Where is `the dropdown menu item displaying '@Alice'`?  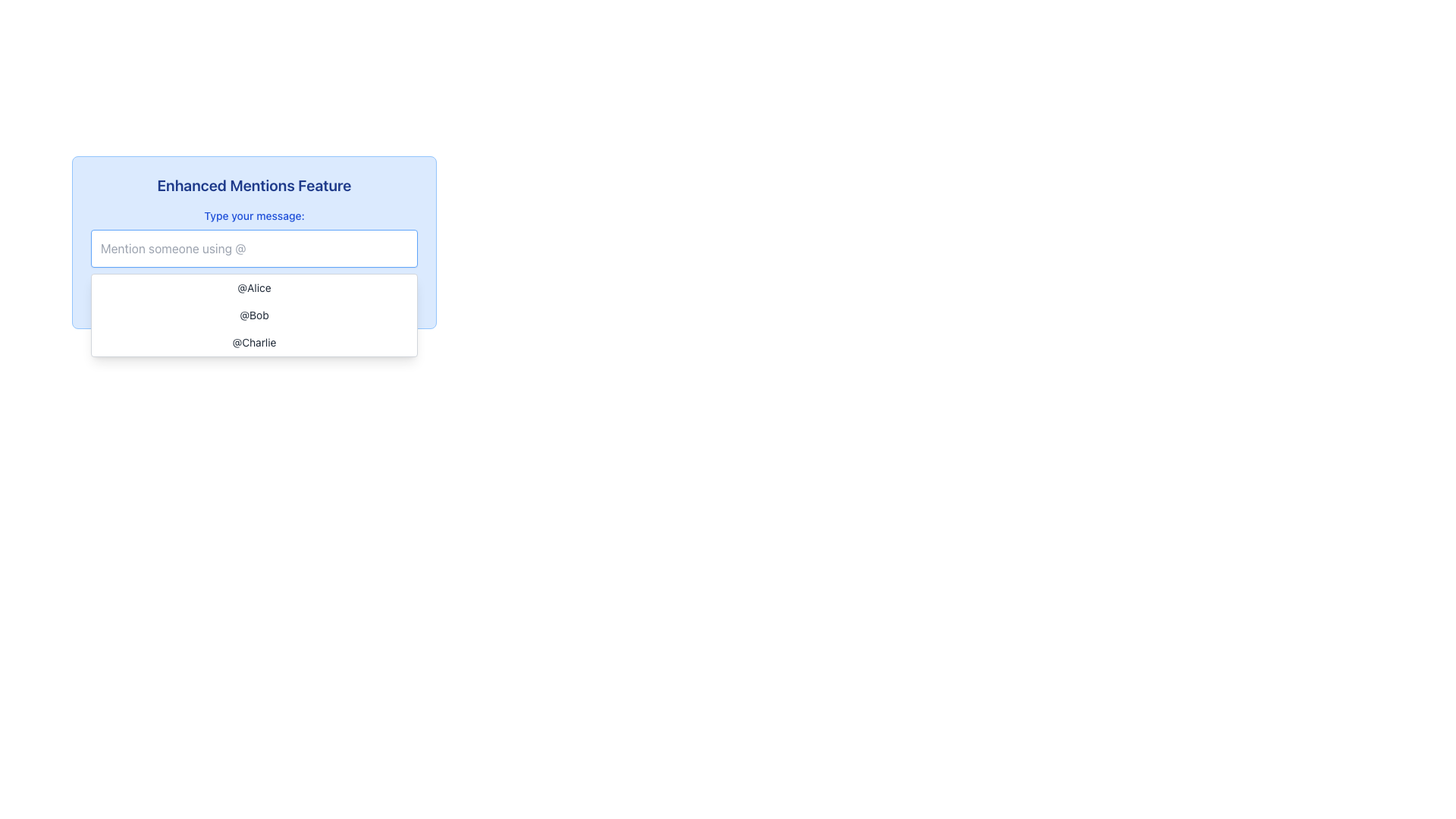 the dropdown menu item displaying '@Alice' is located at coordinates (254, 288).